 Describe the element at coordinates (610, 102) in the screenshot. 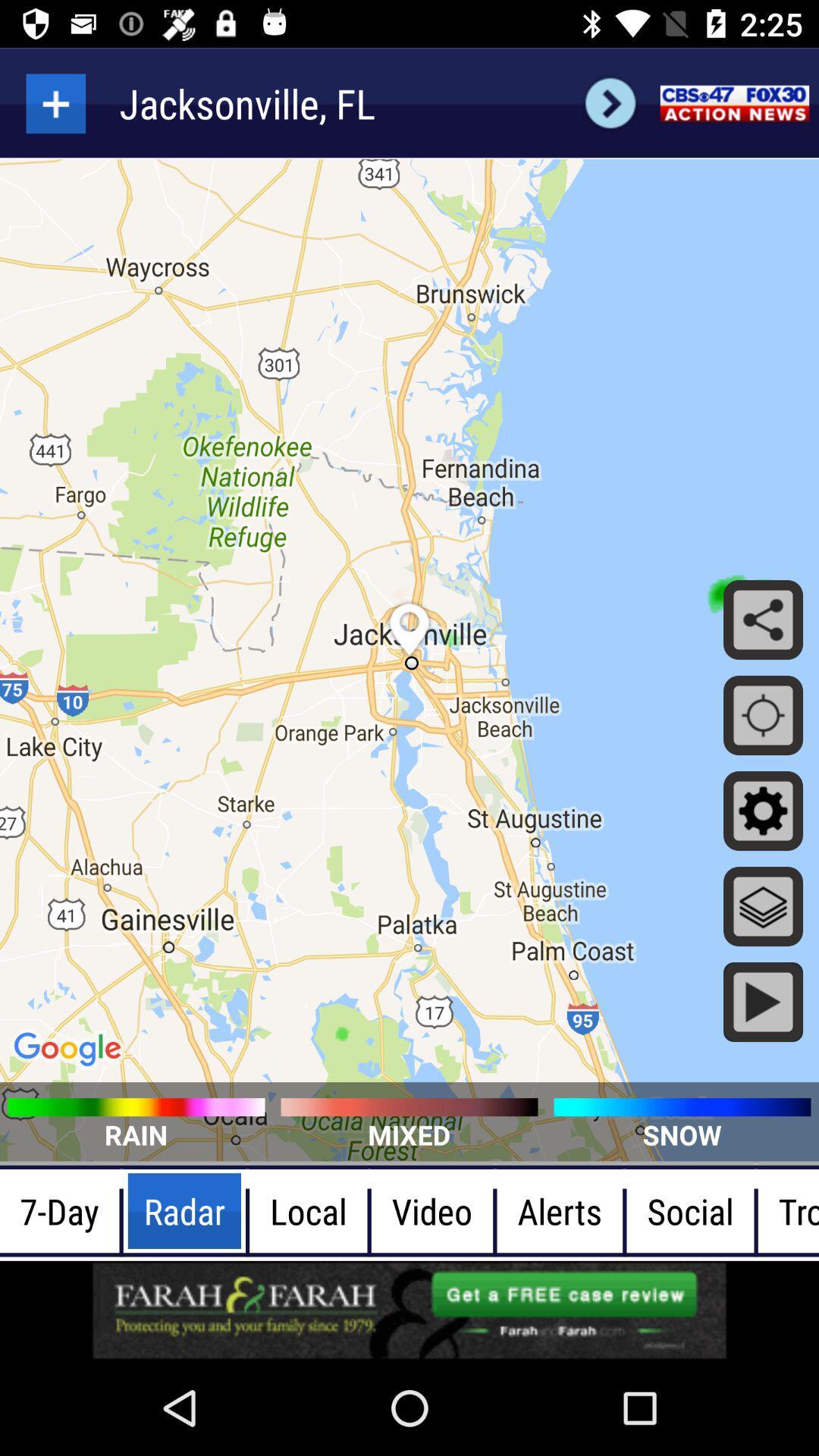

I see `the arrow_forward icon` at that location.